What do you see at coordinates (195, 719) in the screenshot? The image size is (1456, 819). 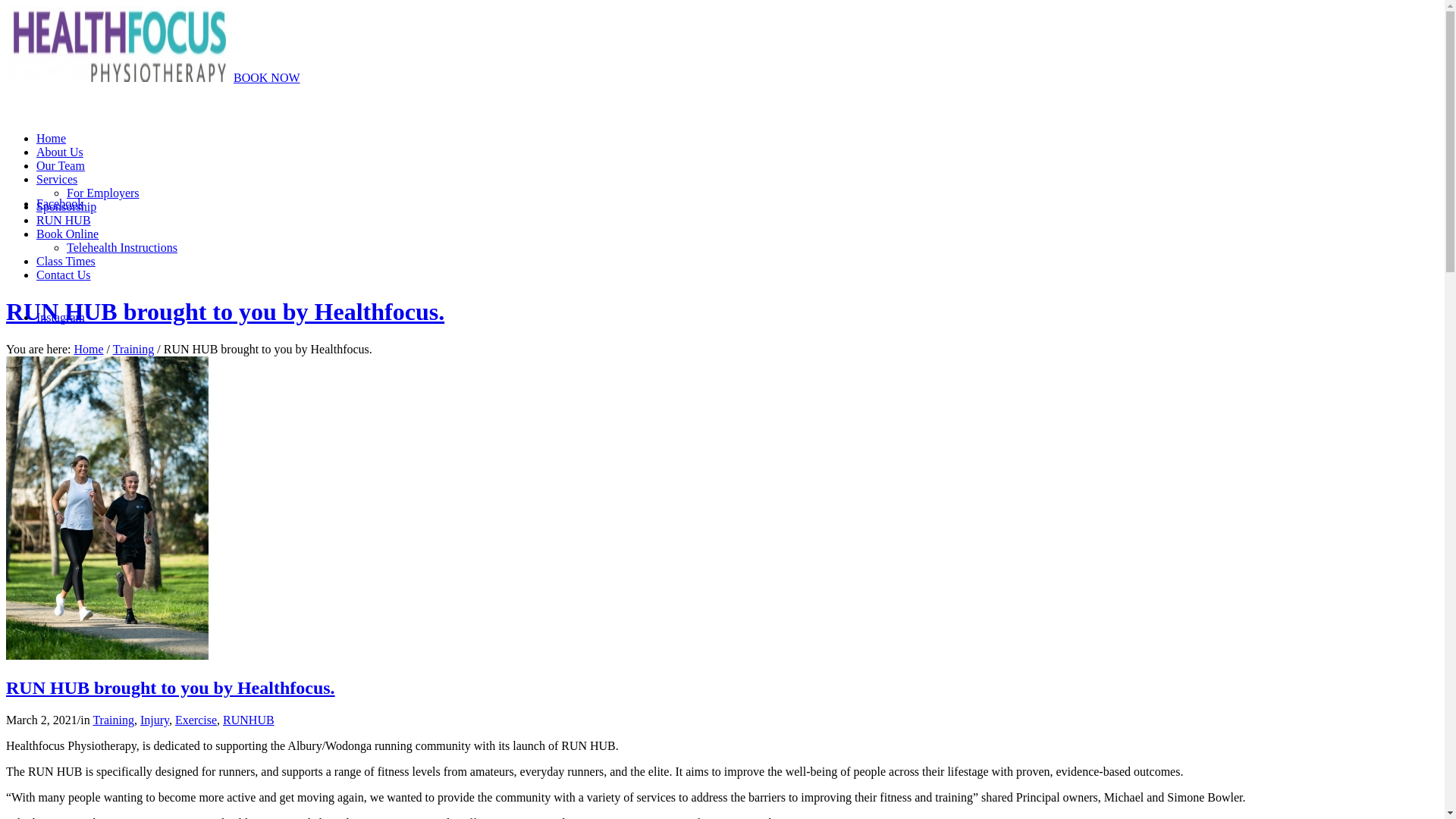 I see `'Exercise'` at bounding box center [195, 719].